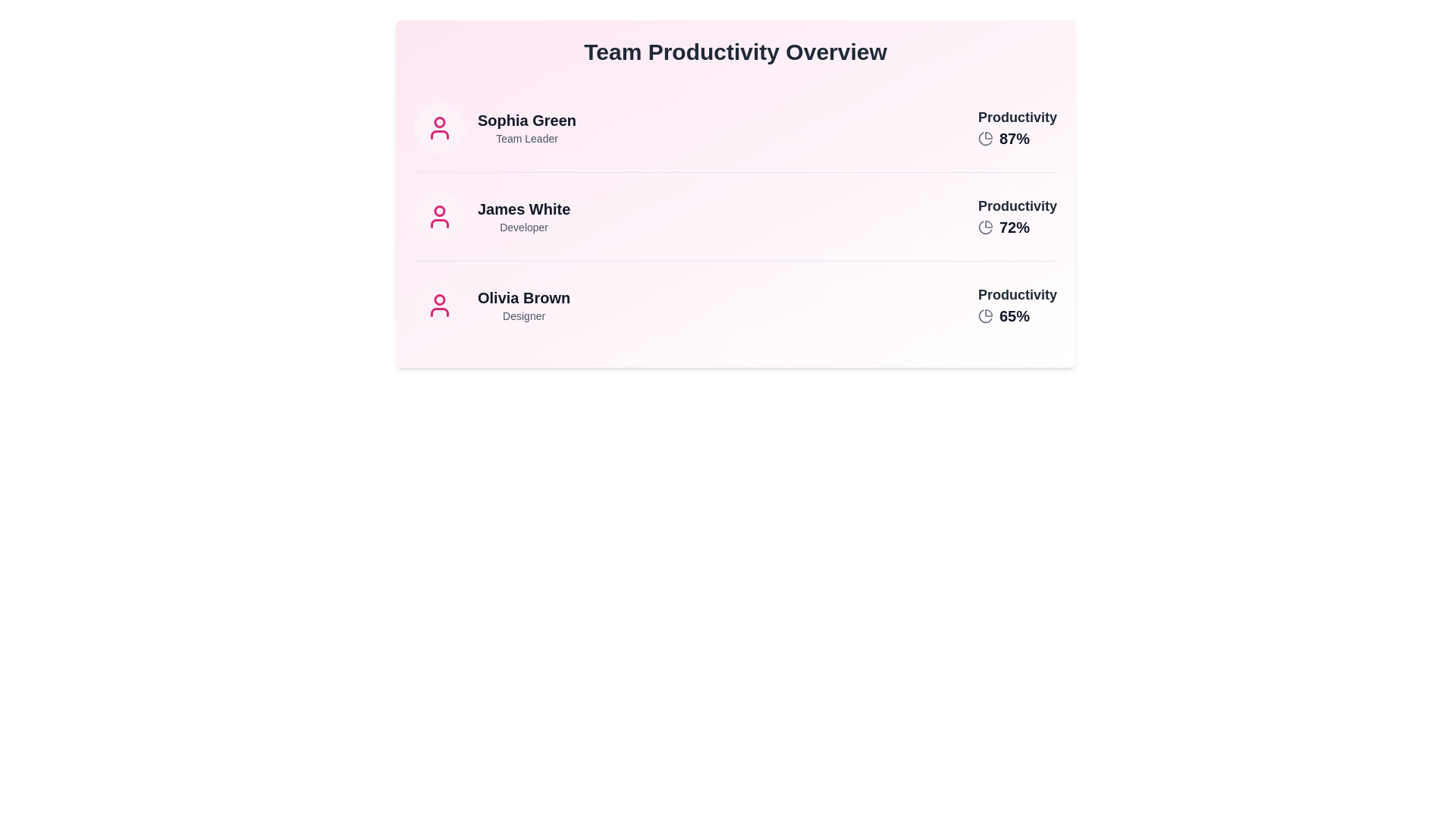 The height and width of the screenshot is (819, 1456). I want to click on the information displayed in the 'Productivity' text label with the accompanying pie-chart icon, which shows '72%' in bold font, so click(1017, 216).